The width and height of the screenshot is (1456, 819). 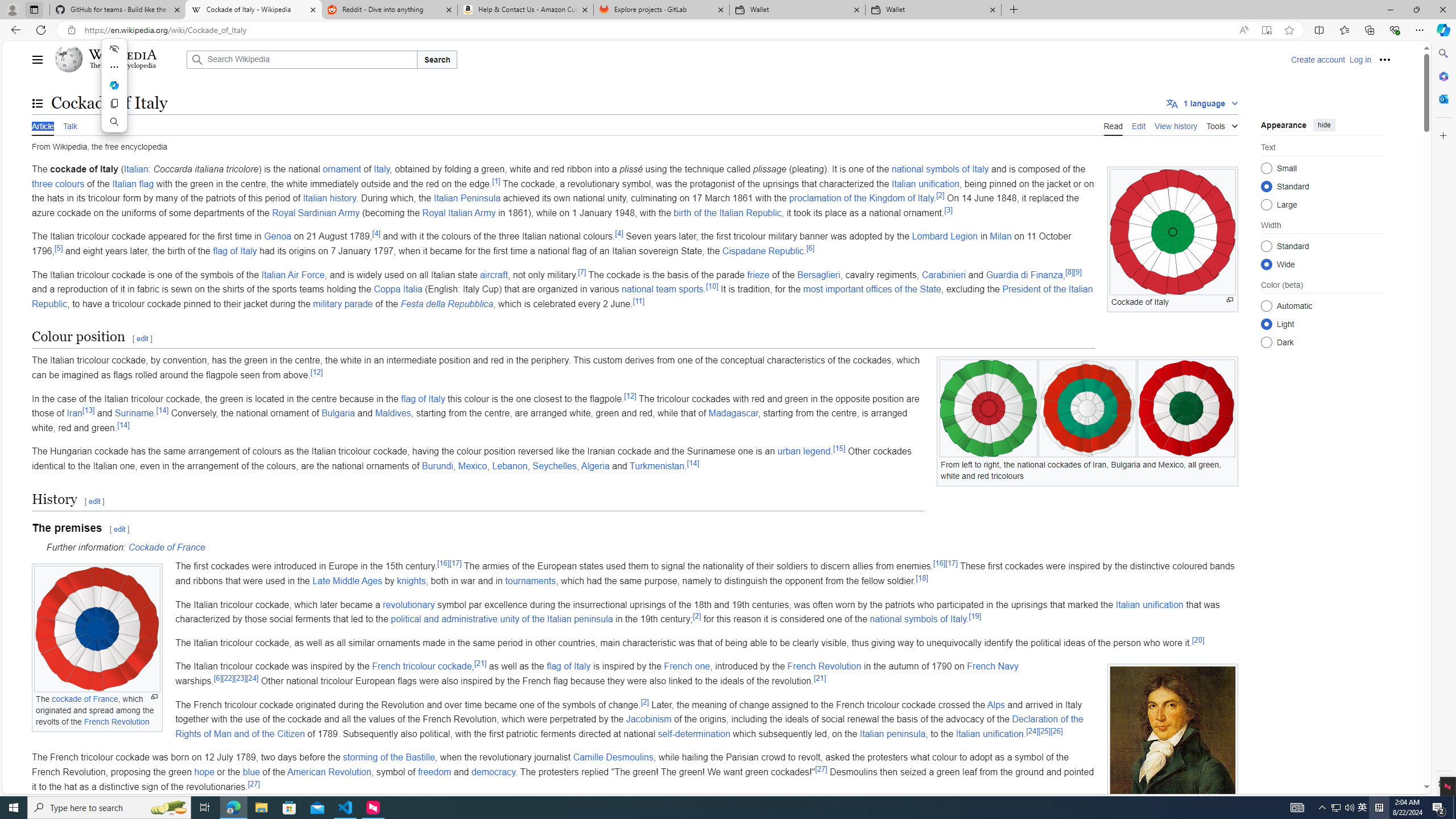 I want to click on 'View history', so click(x=1176, y=124).